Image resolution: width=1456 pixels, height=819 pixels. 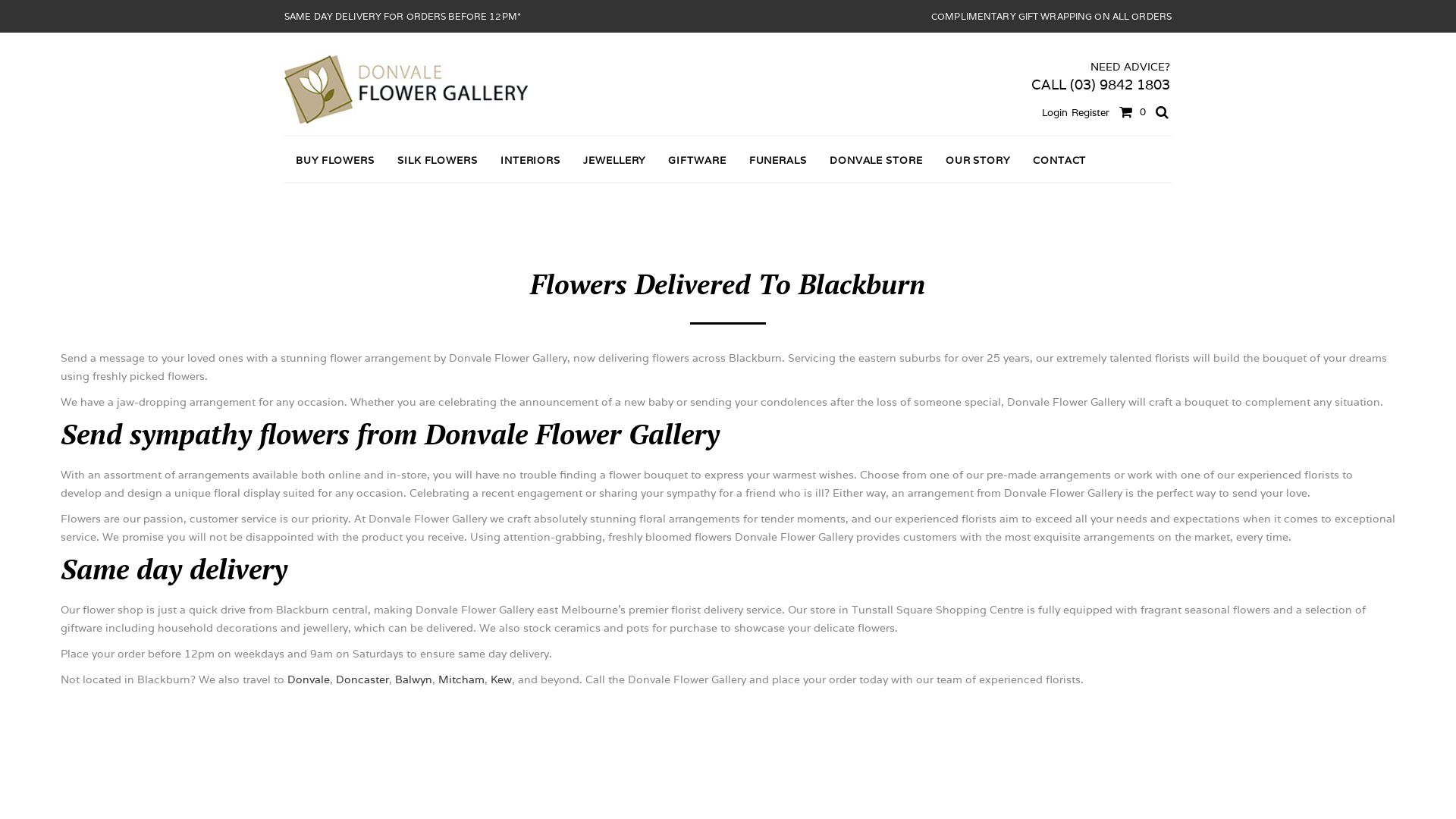 I want to click on 'Doncaster', so click(x=362, y=678).